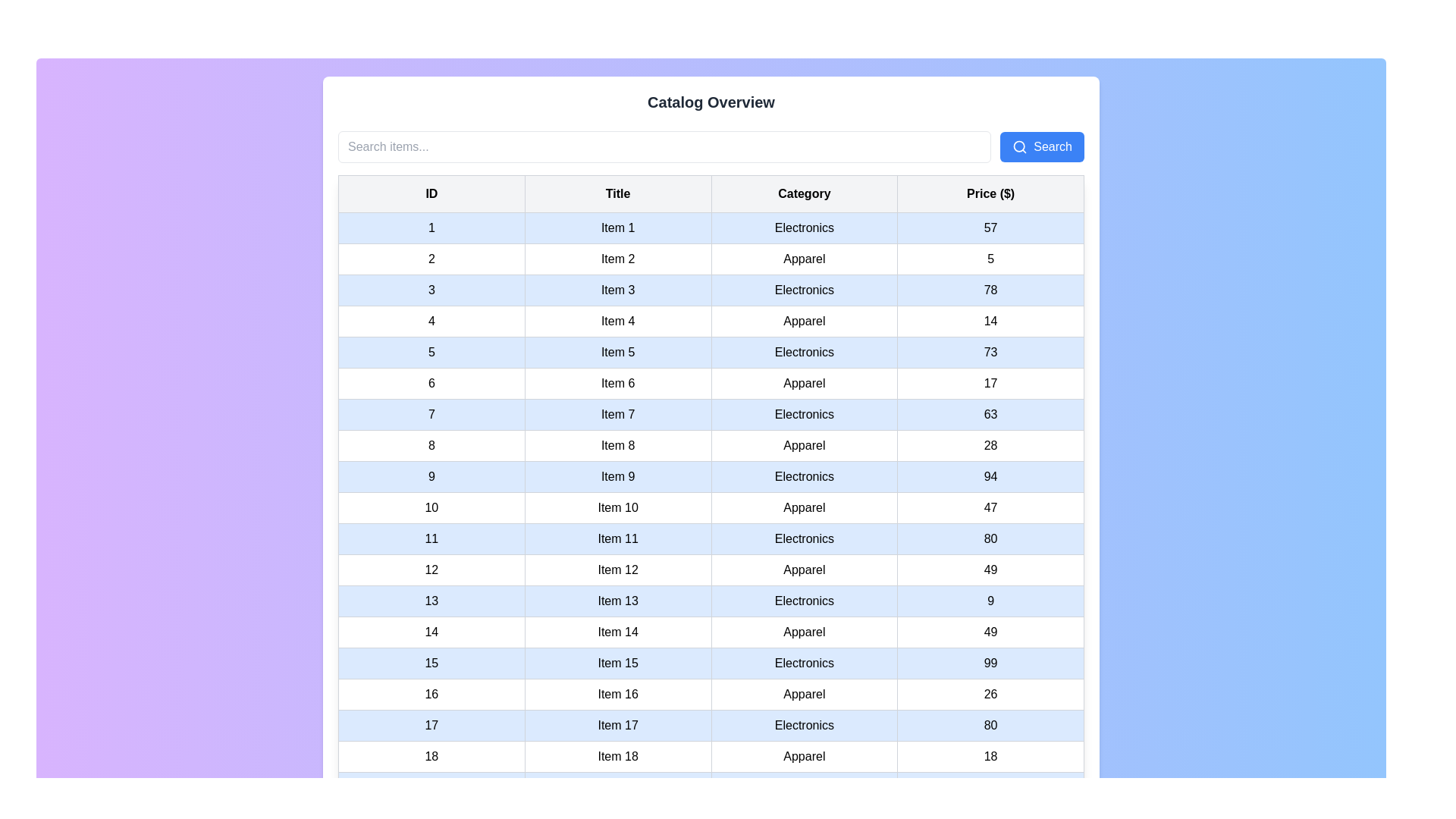 This screenshot has height=819, width=1456. I want to click on the text label displaying 'Item 7', which has a white background and thin gray border, located in the second column of the 7th row of a table, positioned between '7' and 'Electronics', so click(618, 415).